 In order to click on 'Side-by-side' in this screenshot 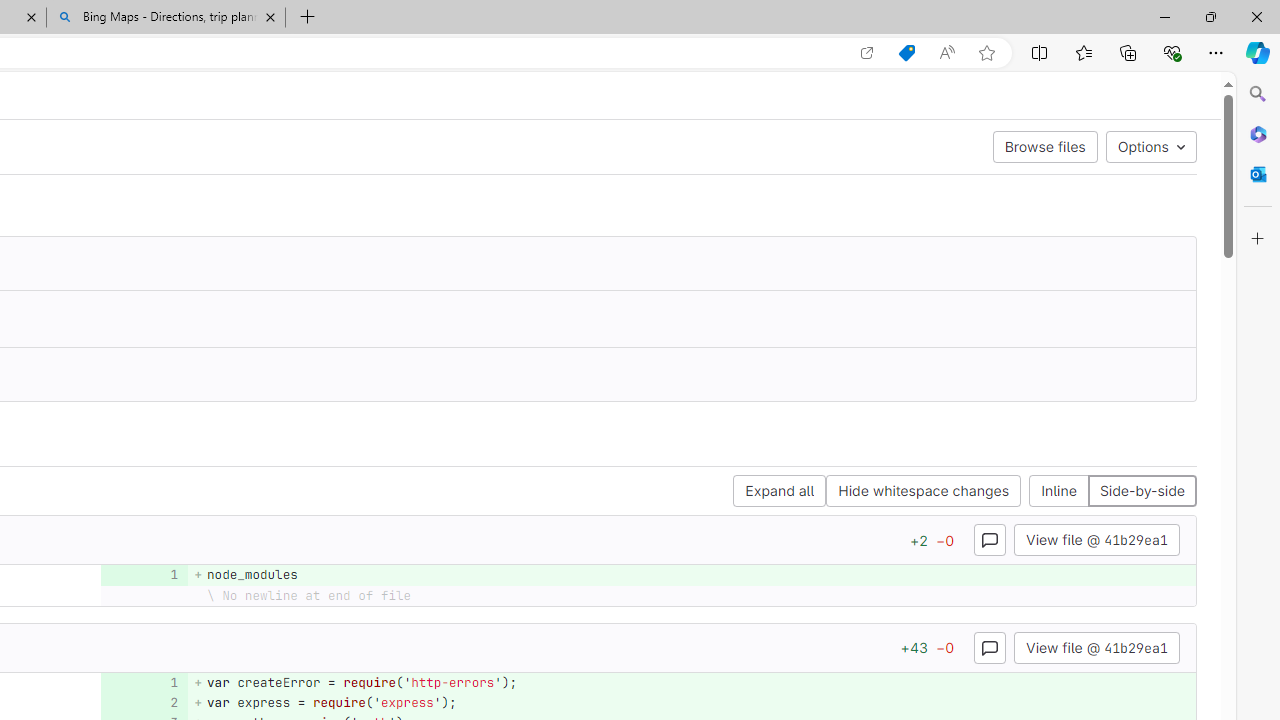, I will do `click(1141, 491)`.